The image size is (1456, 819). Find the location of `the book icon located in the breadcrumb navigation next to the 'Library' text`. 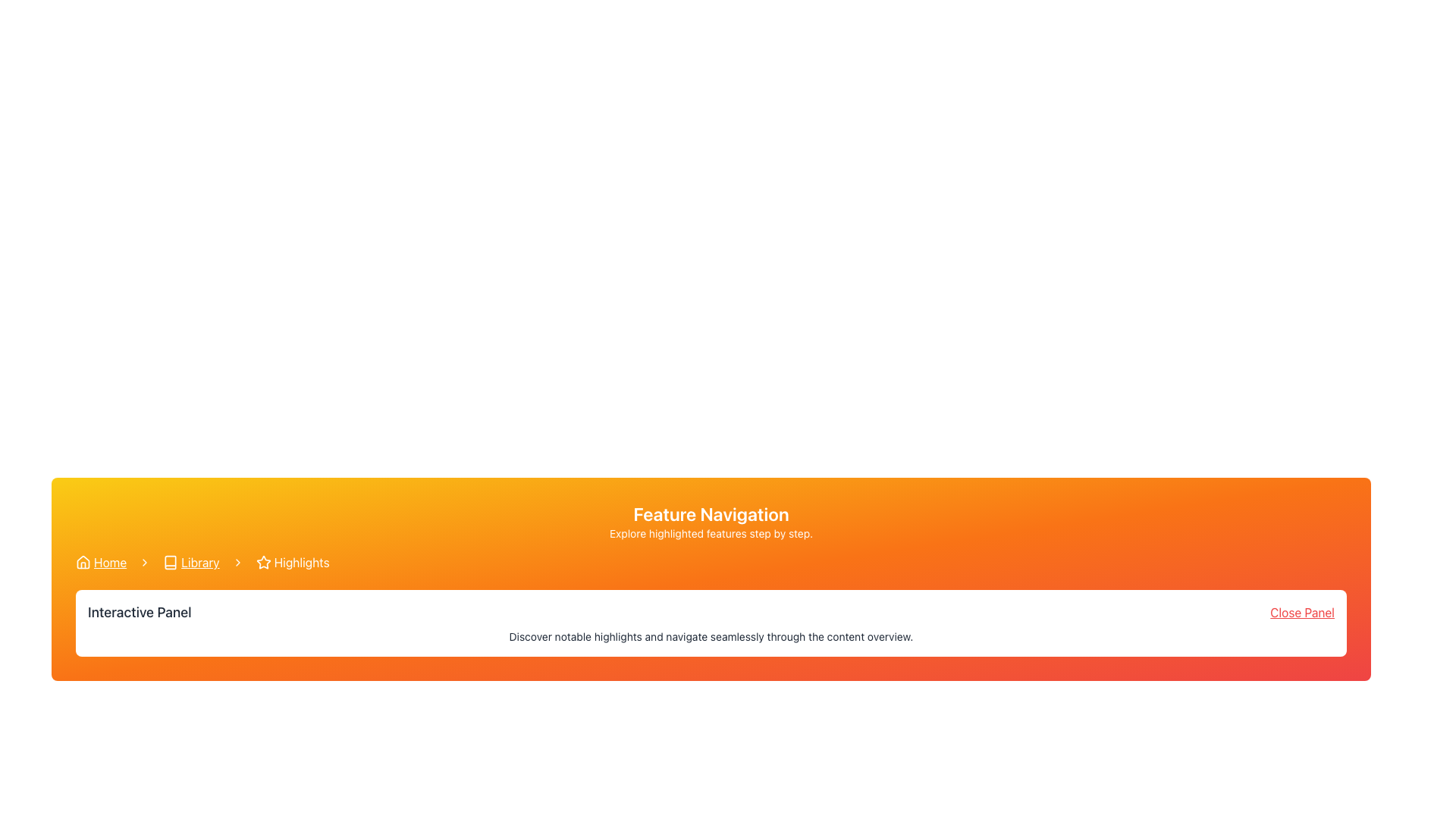

the book icon located in the breadcrumb navigation next to the 'Library' text is located at coordinates (171, 562).